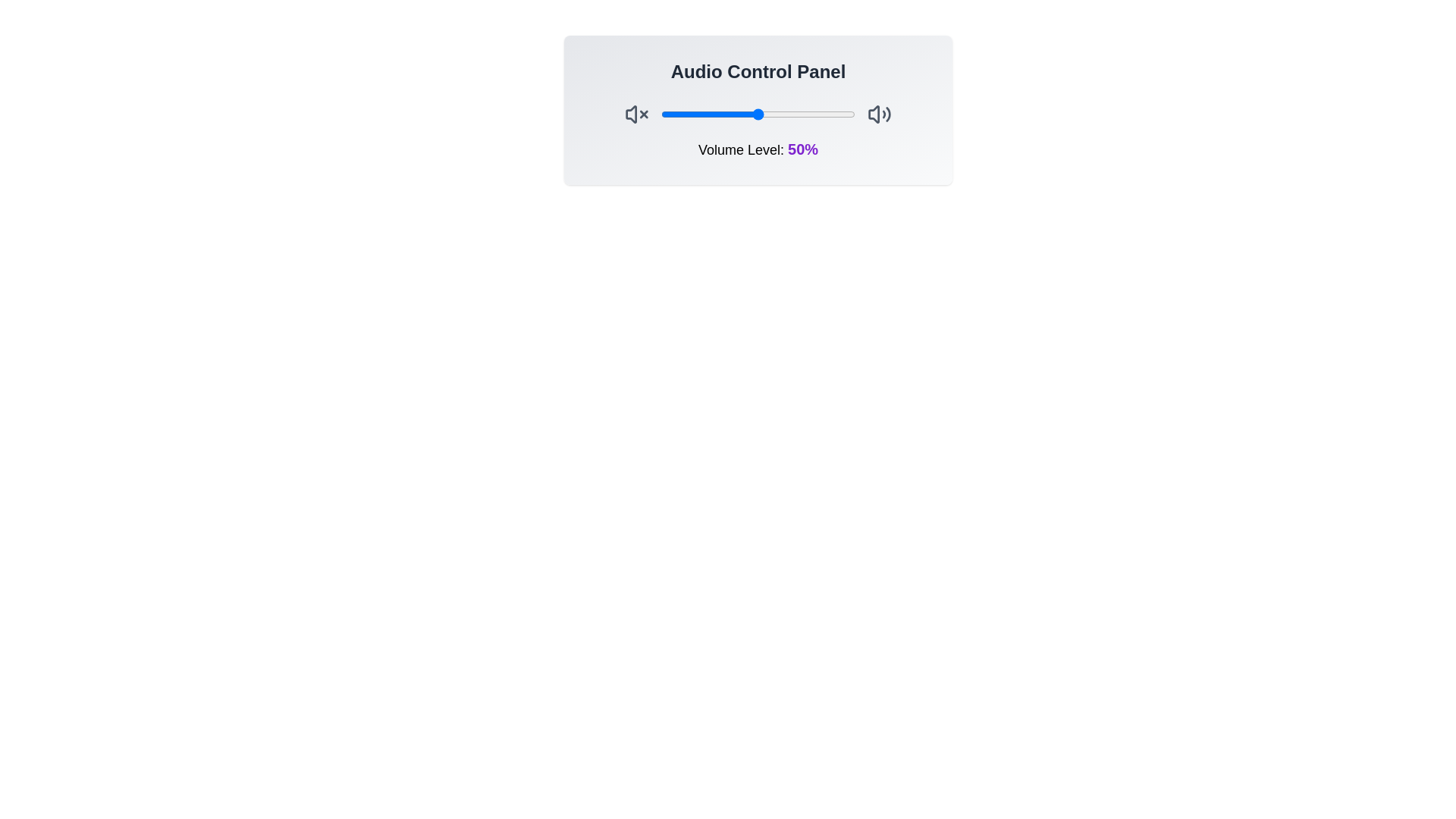  What do you see at coordinates (758, 149) in the screenshot?
I see `the text display showing 'Volume Level: 50%' which is styled with 'Volume Level:' in medium font and '50%' in bold purple text, located in the 'Audio Control Panel' beneath the main slider bar` at bounding box center [758, 149].